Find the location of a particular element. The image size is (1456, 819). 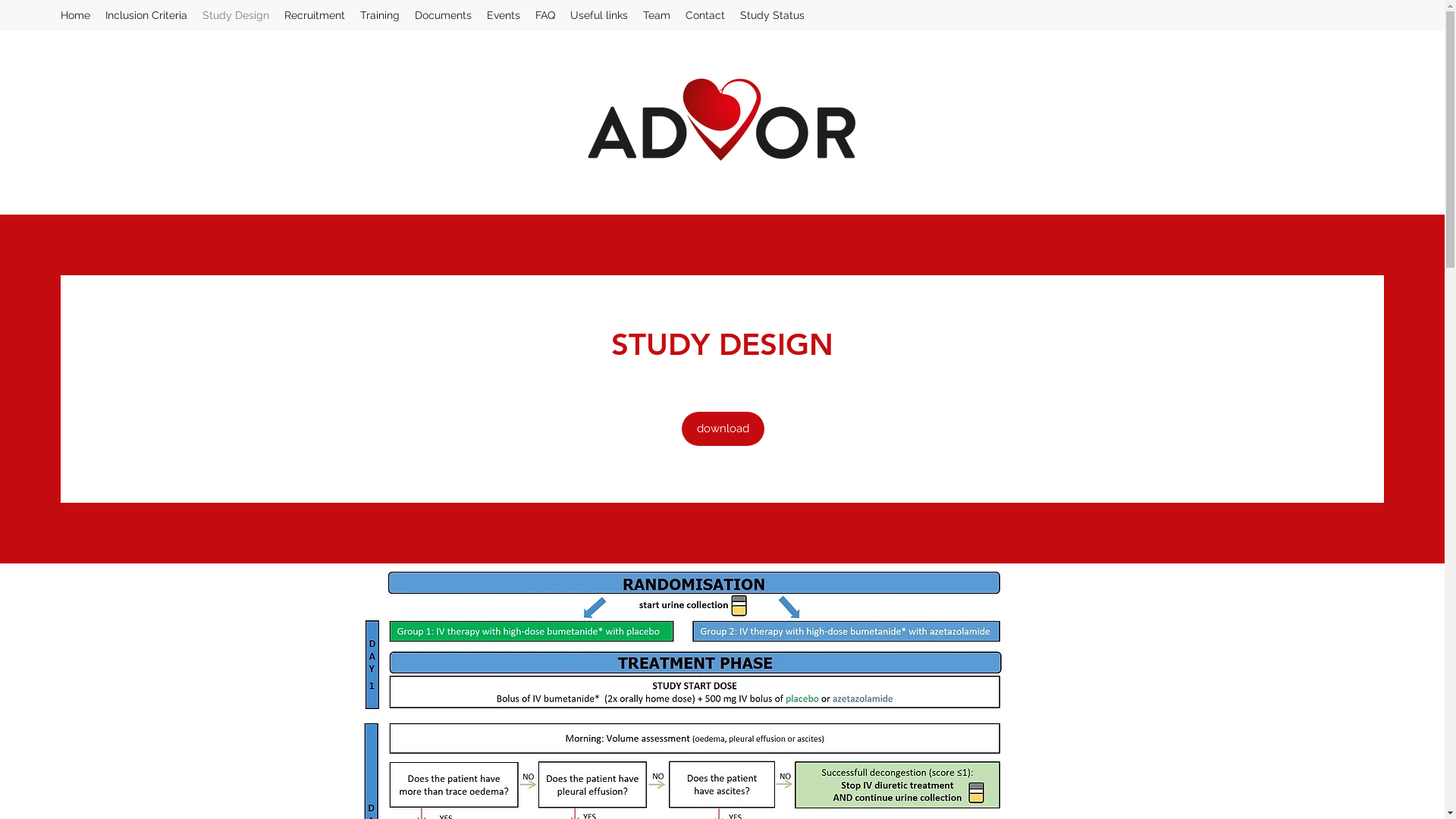

'Study Design' is located at coordinates (235, 14).